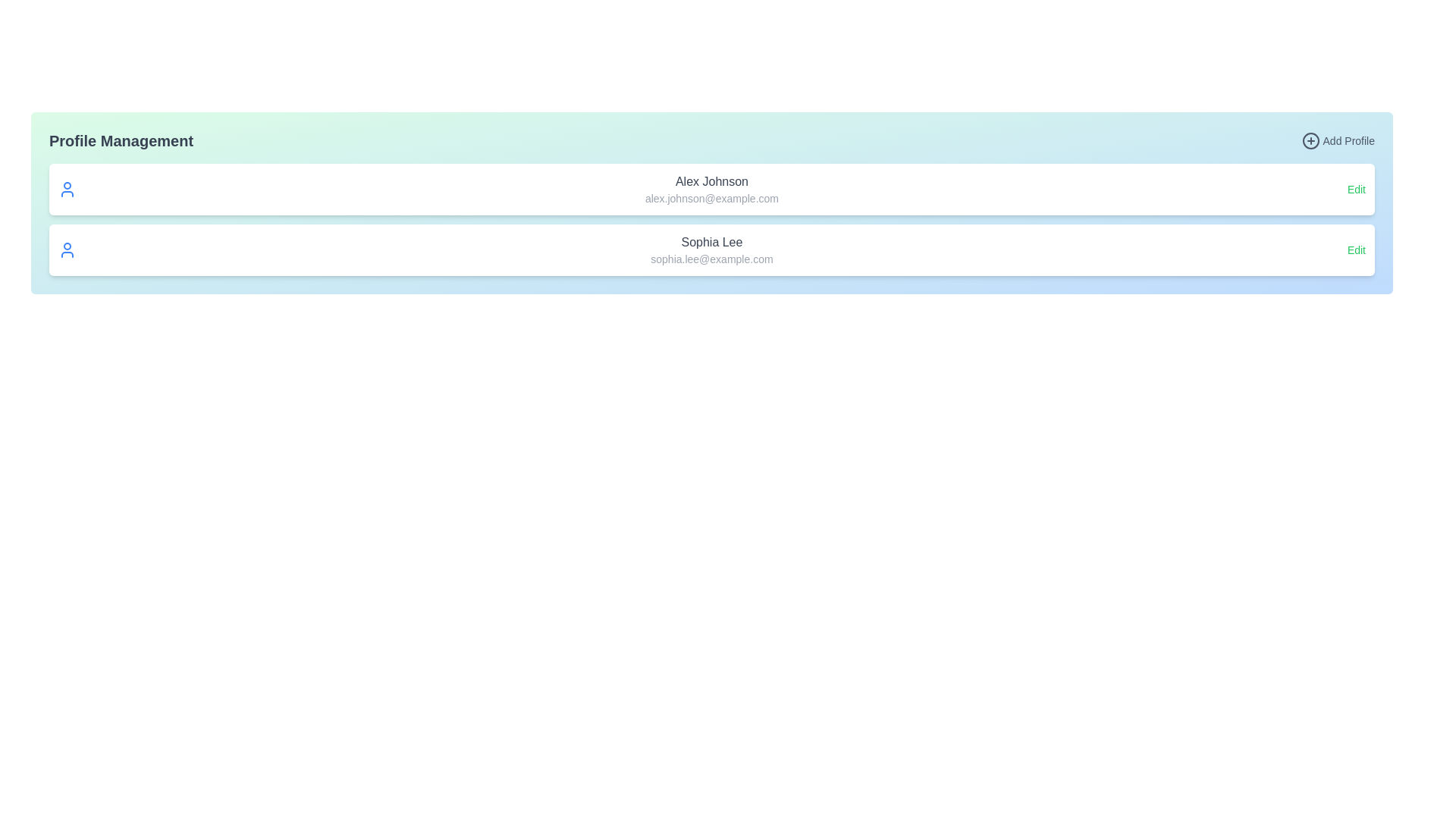  I want to click on the Text Label that identifies the name associated with the profile details, which displays 'Alex Johnson', so click(711, 180).